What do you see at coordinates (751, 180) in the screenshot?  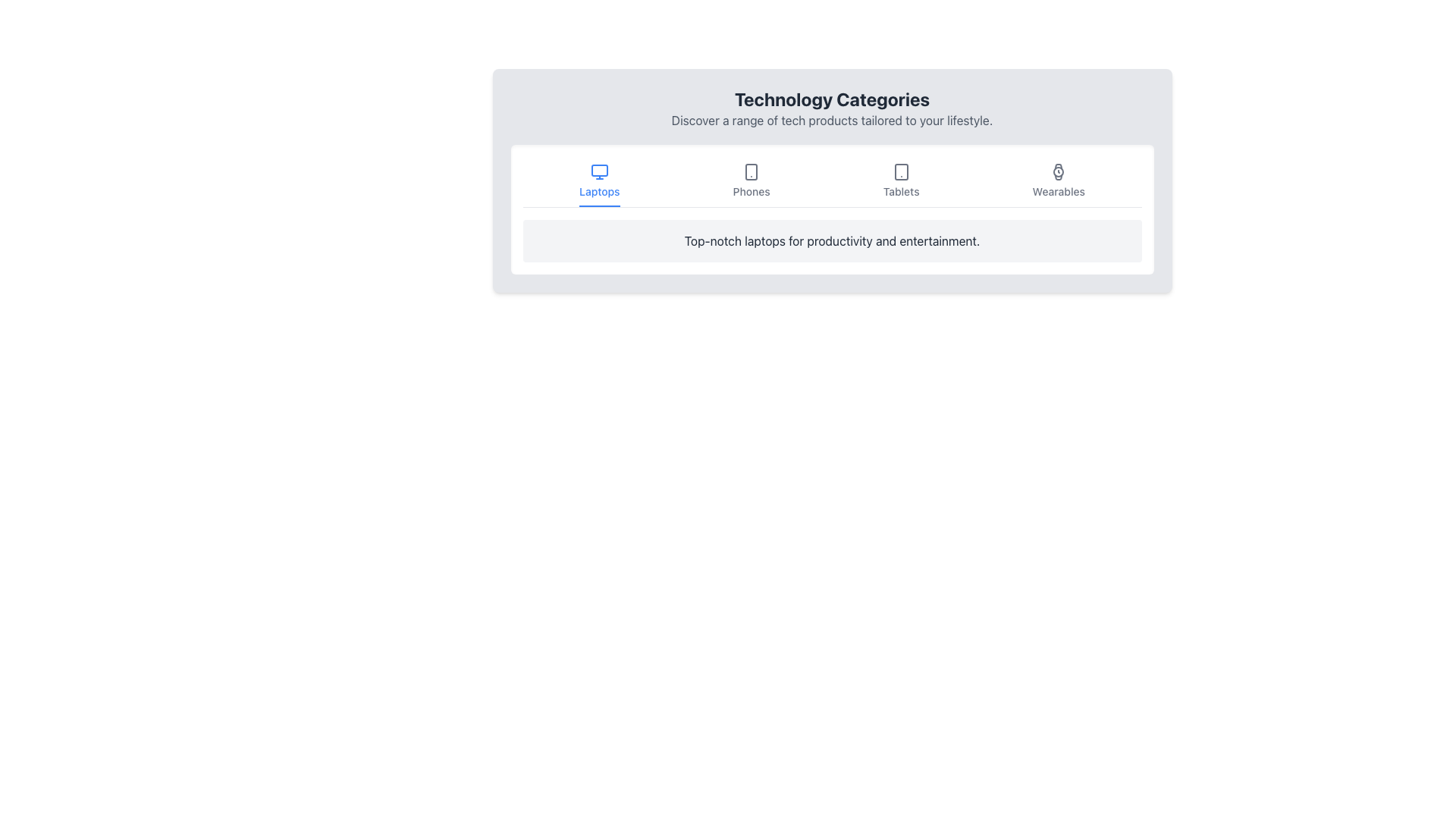 I see `the navigation button positioned in the second slot from the left` at bounding box center [751, 180].